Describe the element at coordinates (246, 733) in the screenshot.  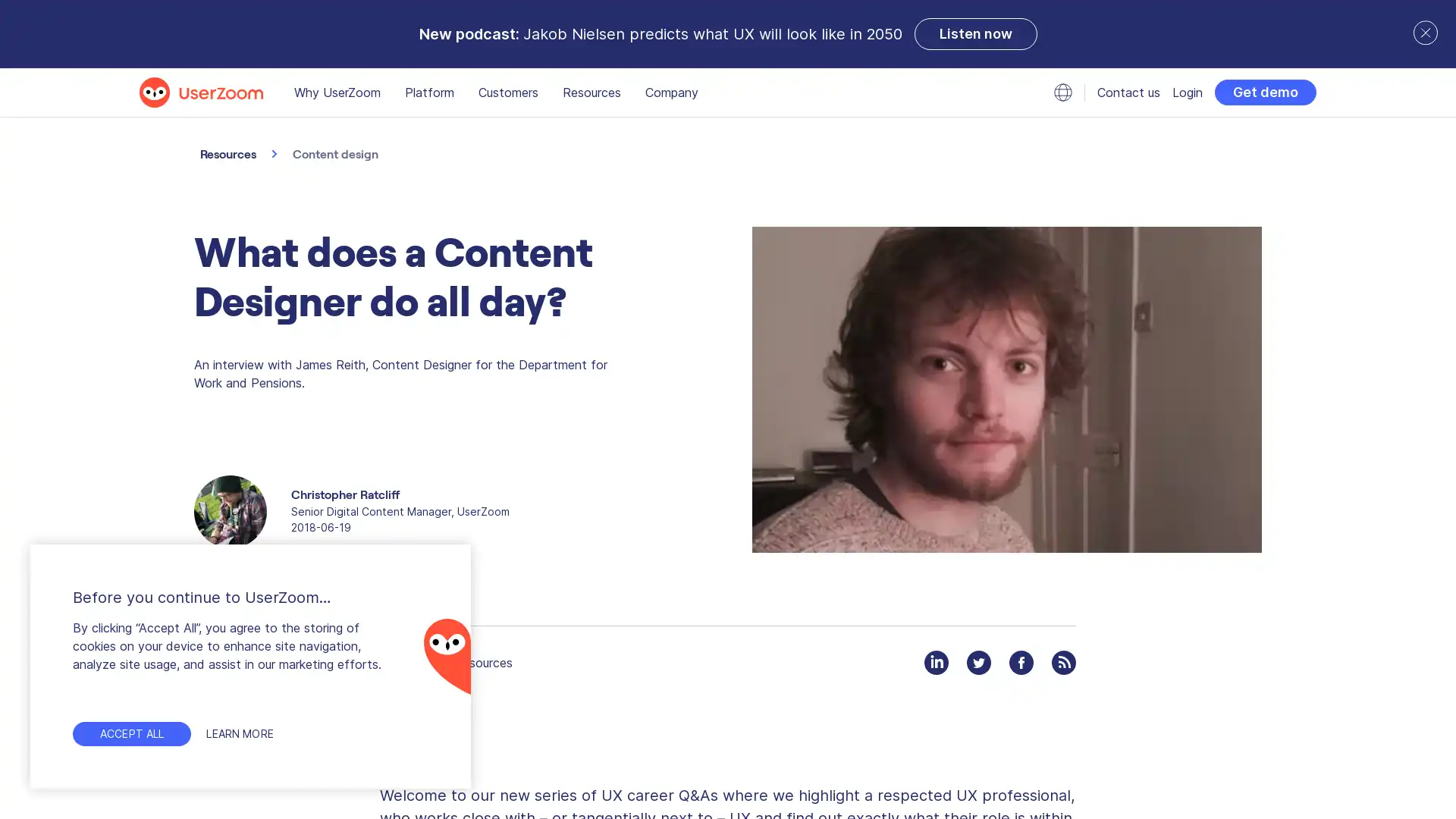
I see `LEARN MORE` at that location.